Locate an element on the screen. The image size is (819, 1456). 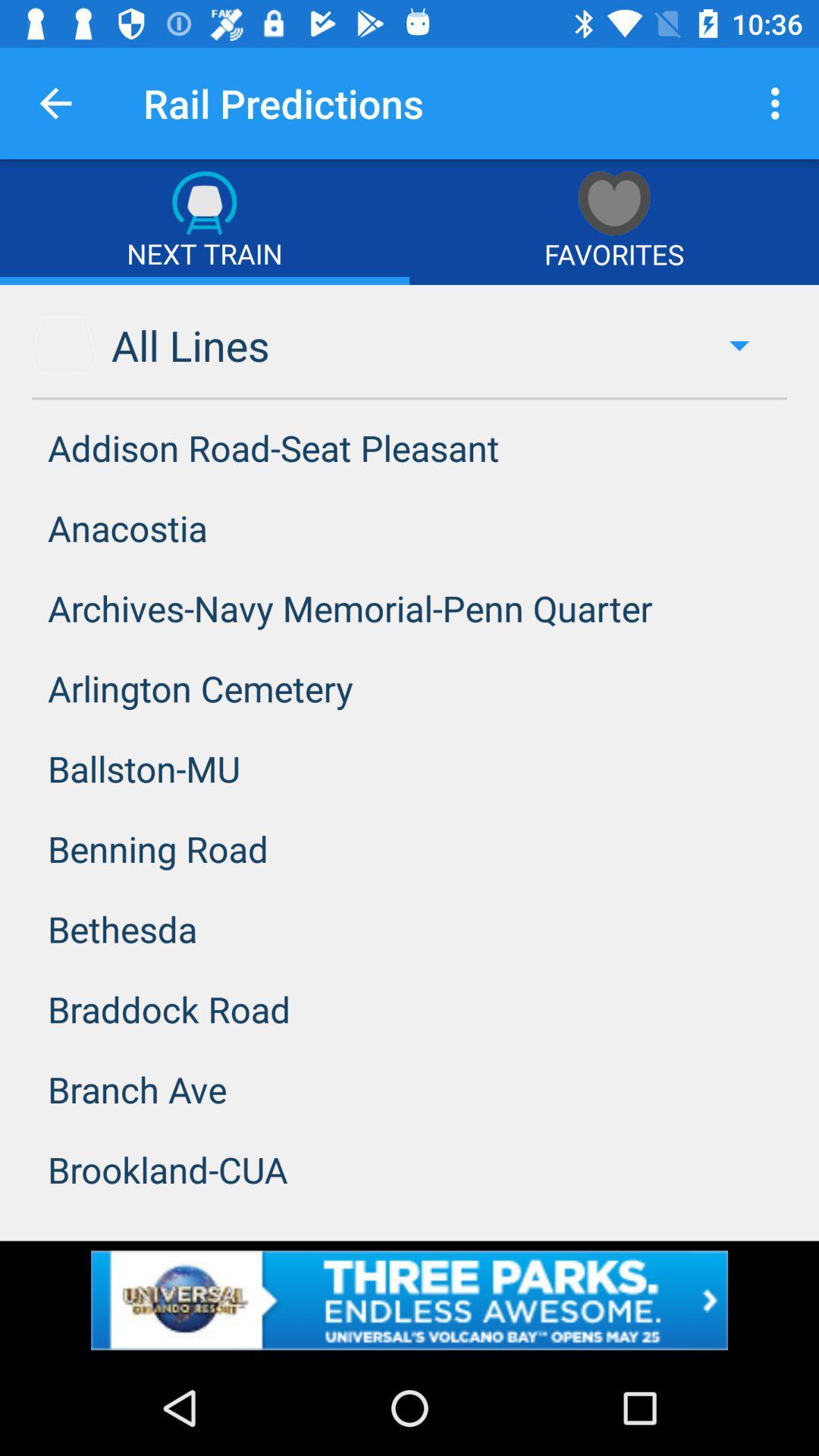
visit advertised website is located at coordinates (409, 1299).